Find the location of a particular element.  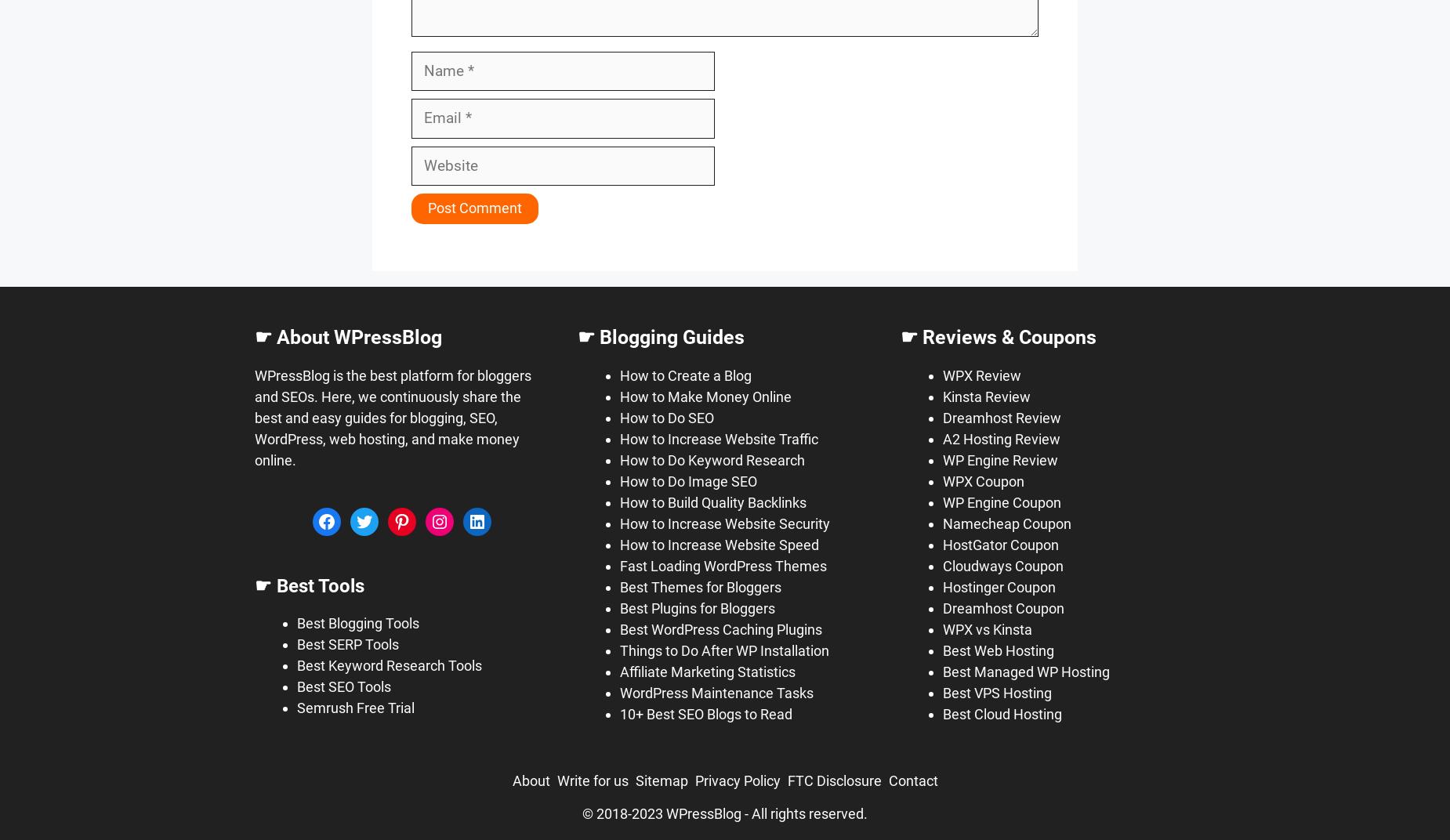

'10+ Best SEO Blogs to Read' is located at coordinates (705, 713).